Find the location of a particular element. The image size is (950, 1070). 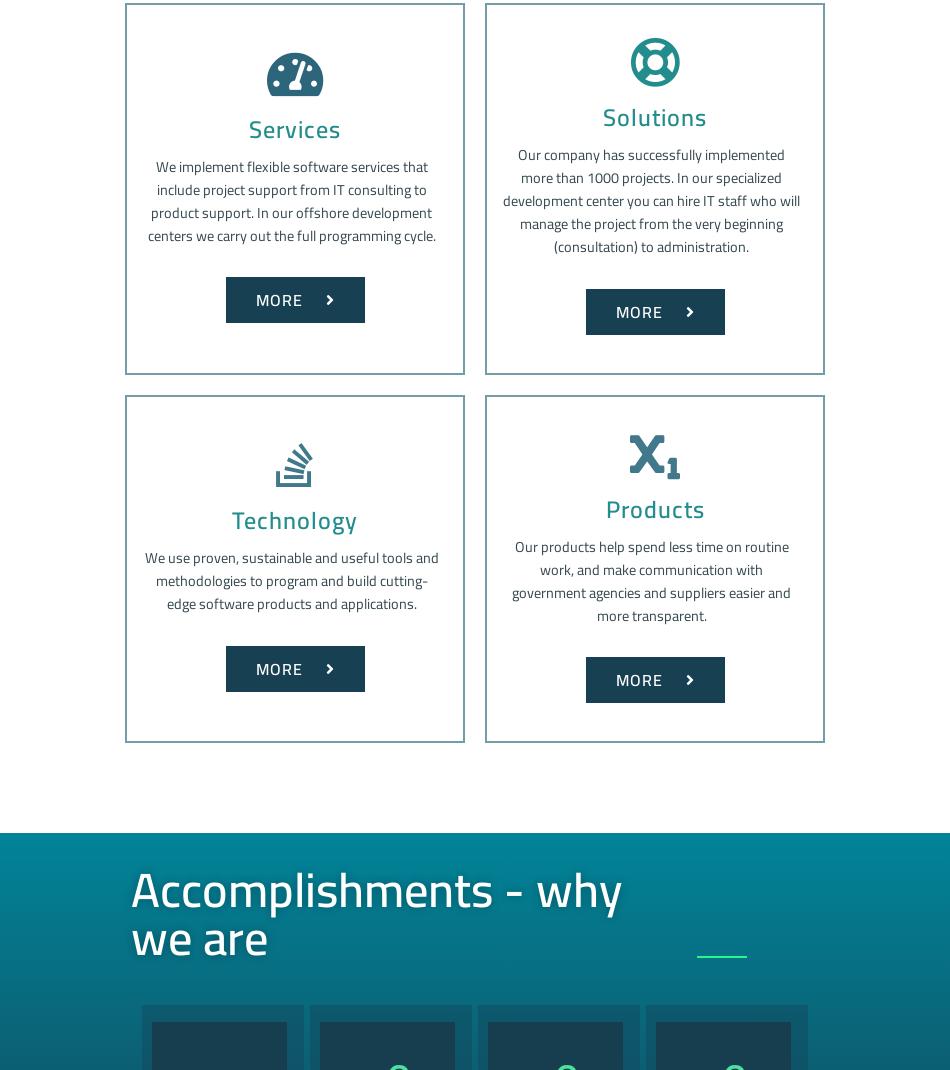

'Our products help spend less time on routine work, and make communication with government agencies and suppliers easier and more transparent.' is located at coordinates (651, 579).